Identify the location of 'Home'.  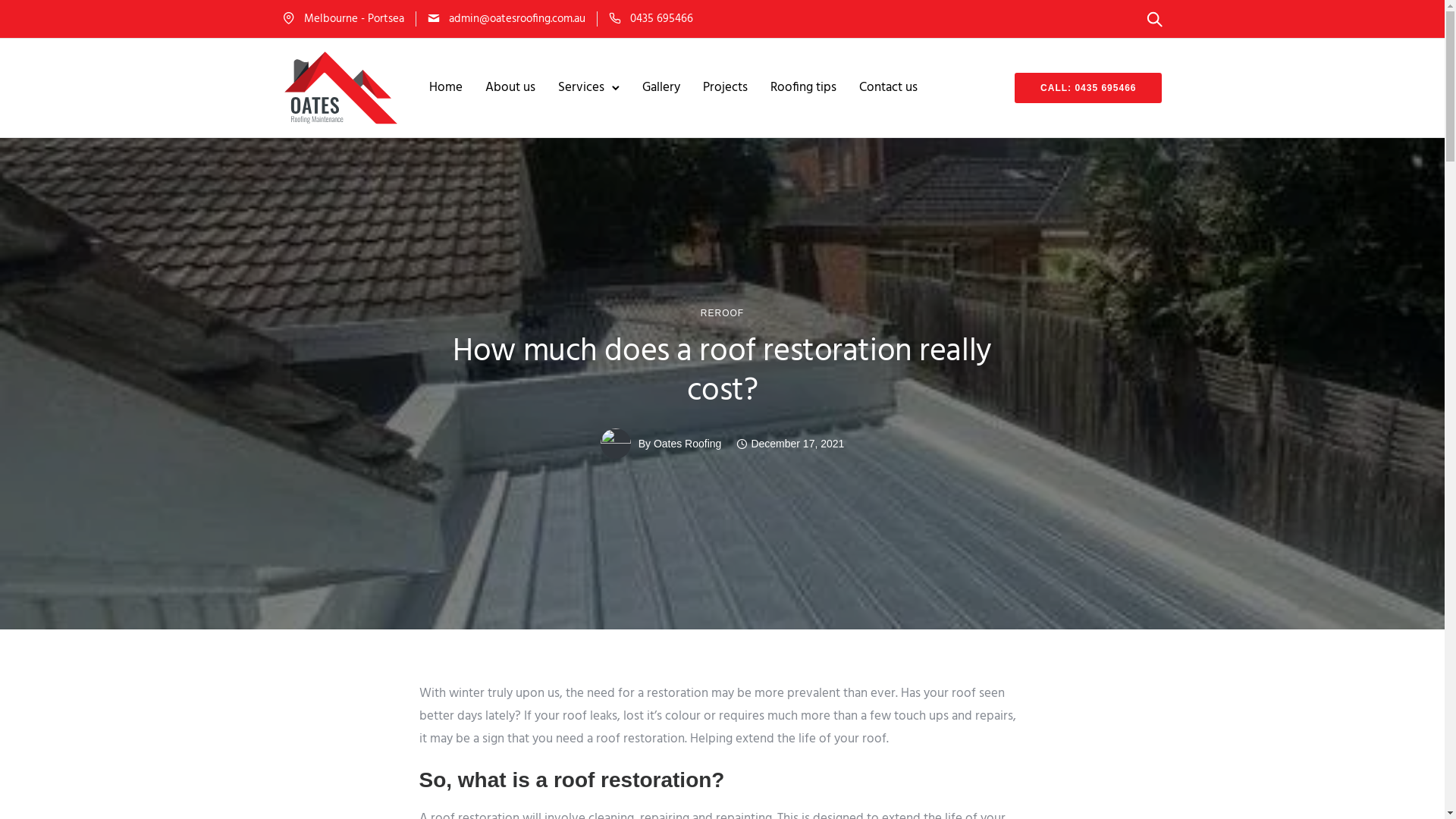
(445, 87).